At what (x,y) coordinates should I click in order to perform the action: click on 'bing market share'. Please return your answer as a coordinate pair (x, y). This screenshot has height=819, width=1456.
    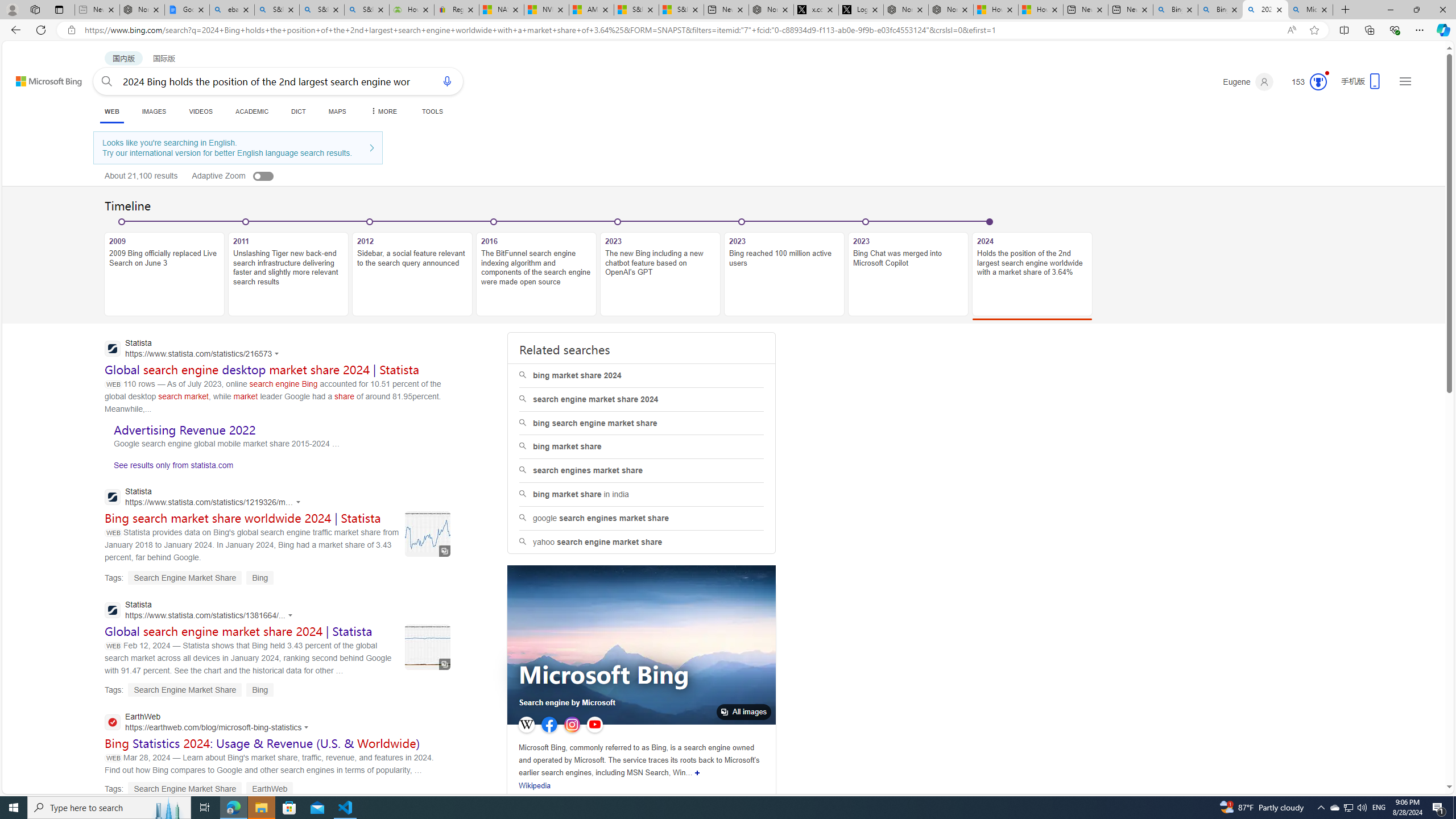
    Looking at the image, I should click on (642, 446).